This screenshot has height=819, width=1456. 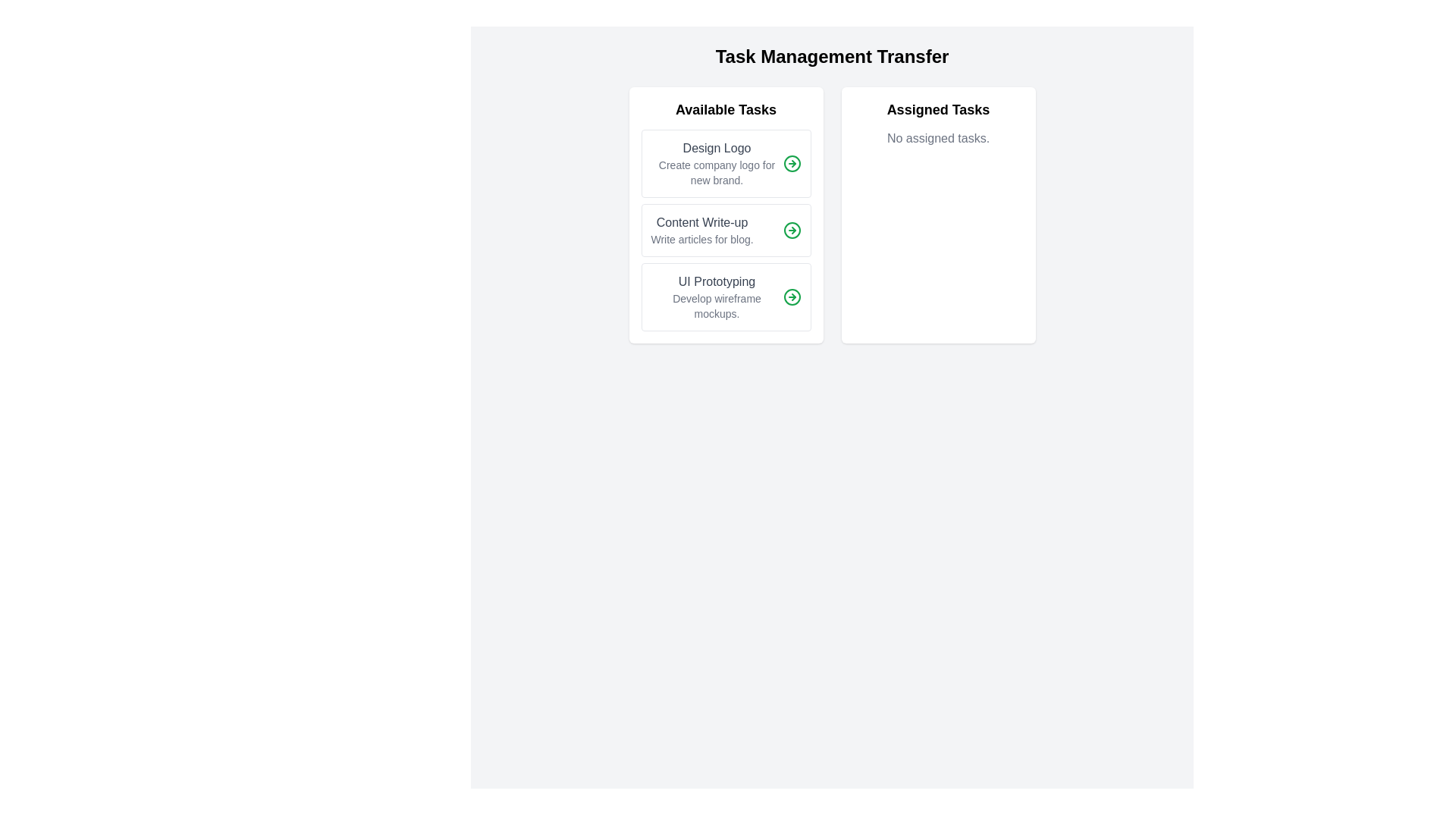 What do you see at coordinates (791, 231) in the screenshot?
I see `the SVG circle element representing a right arrow, which is enclosed in a green circular outline, located in the right area of the 'Content Write-up' task row under 'Available Tasks'` at bounding box center [791, 231].